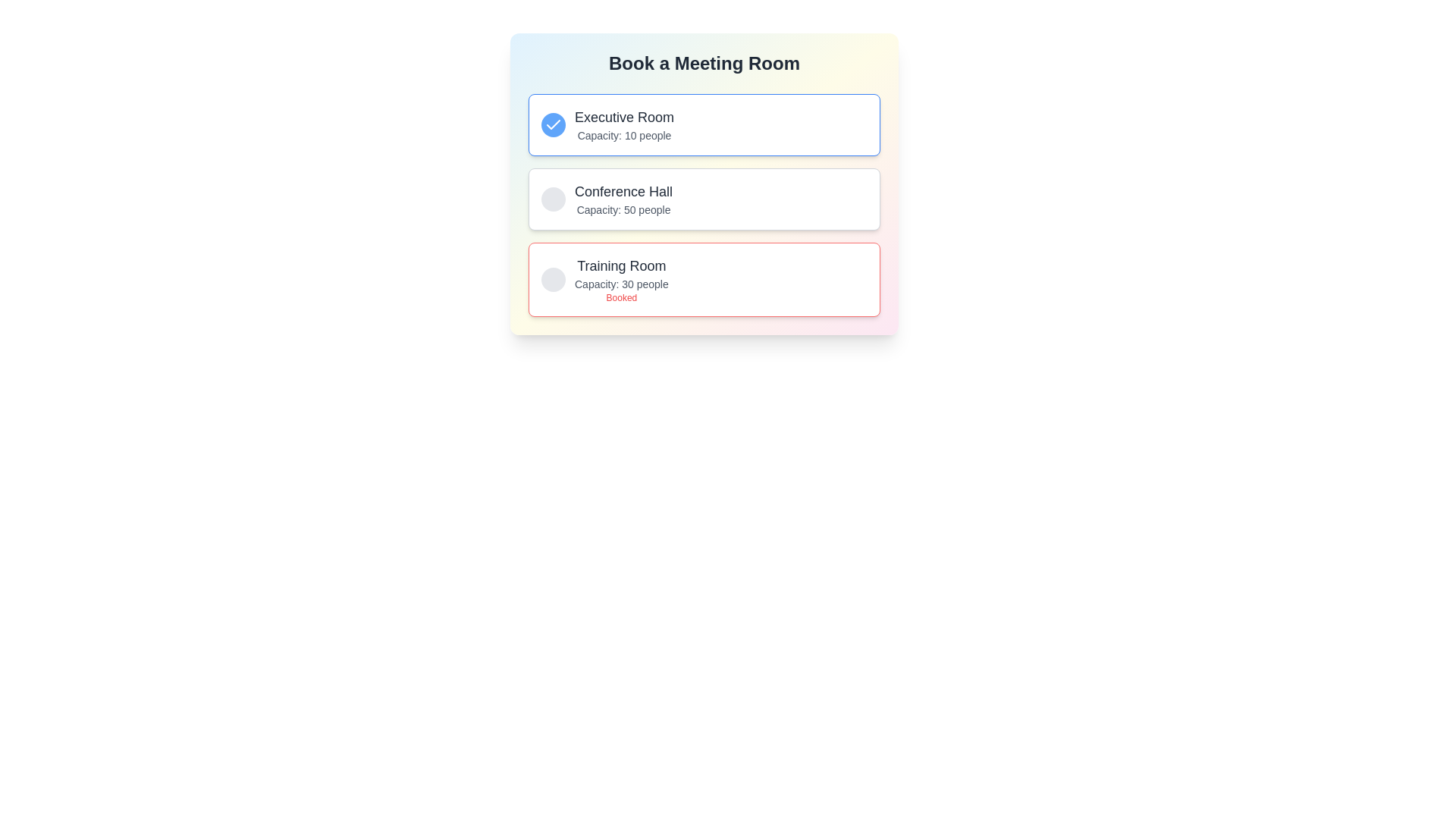 This screenshot has width=1456, height=819. What do you see at coordinates (704, 184) in the screenshot?
I see `the selectable list item for the 'Conference Hall' room option` at bounding box center [704, 184].